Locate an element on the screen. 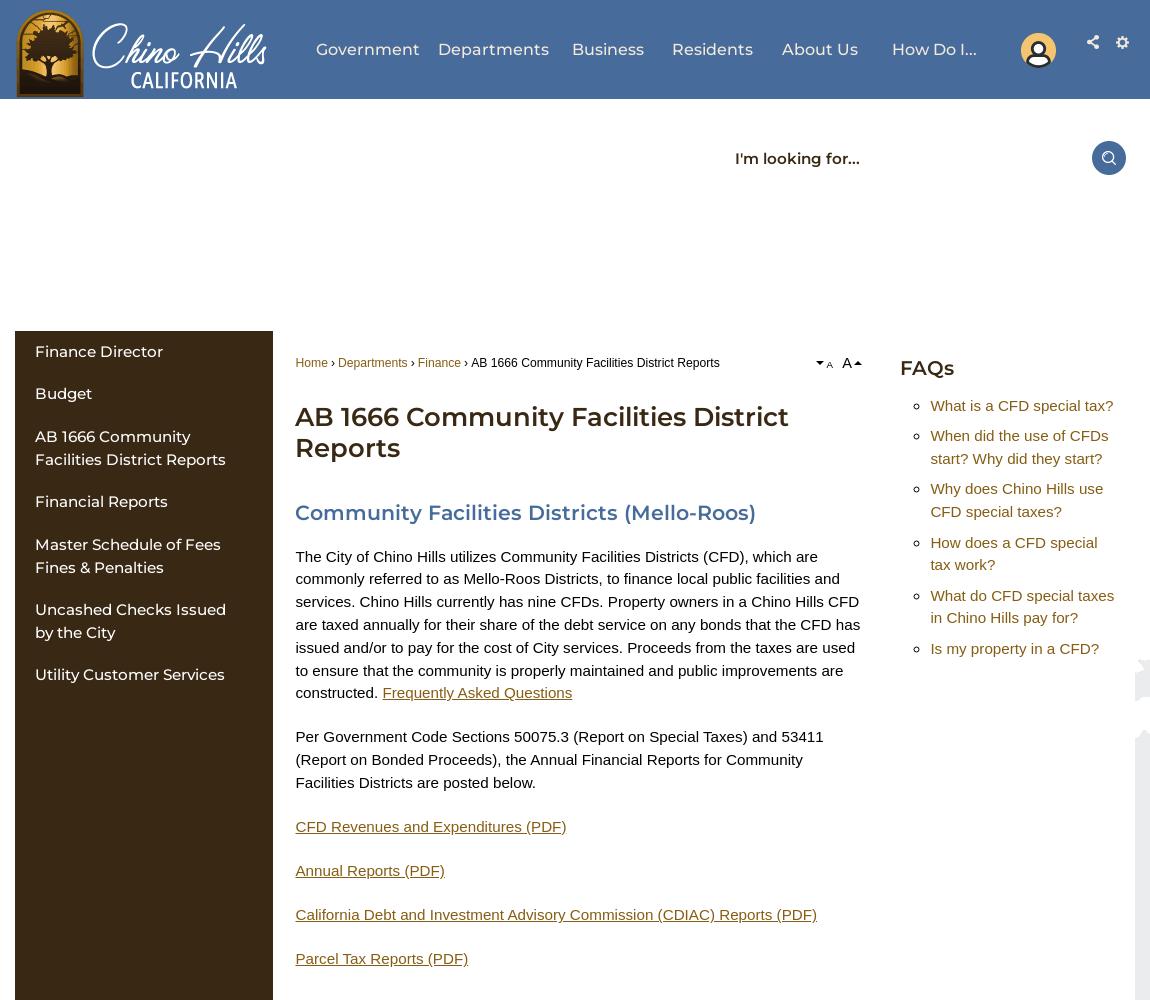 Image resolution: width=1150 pixels, height=1000 pixels. 'Finance' is located at coordinates (416, 361).